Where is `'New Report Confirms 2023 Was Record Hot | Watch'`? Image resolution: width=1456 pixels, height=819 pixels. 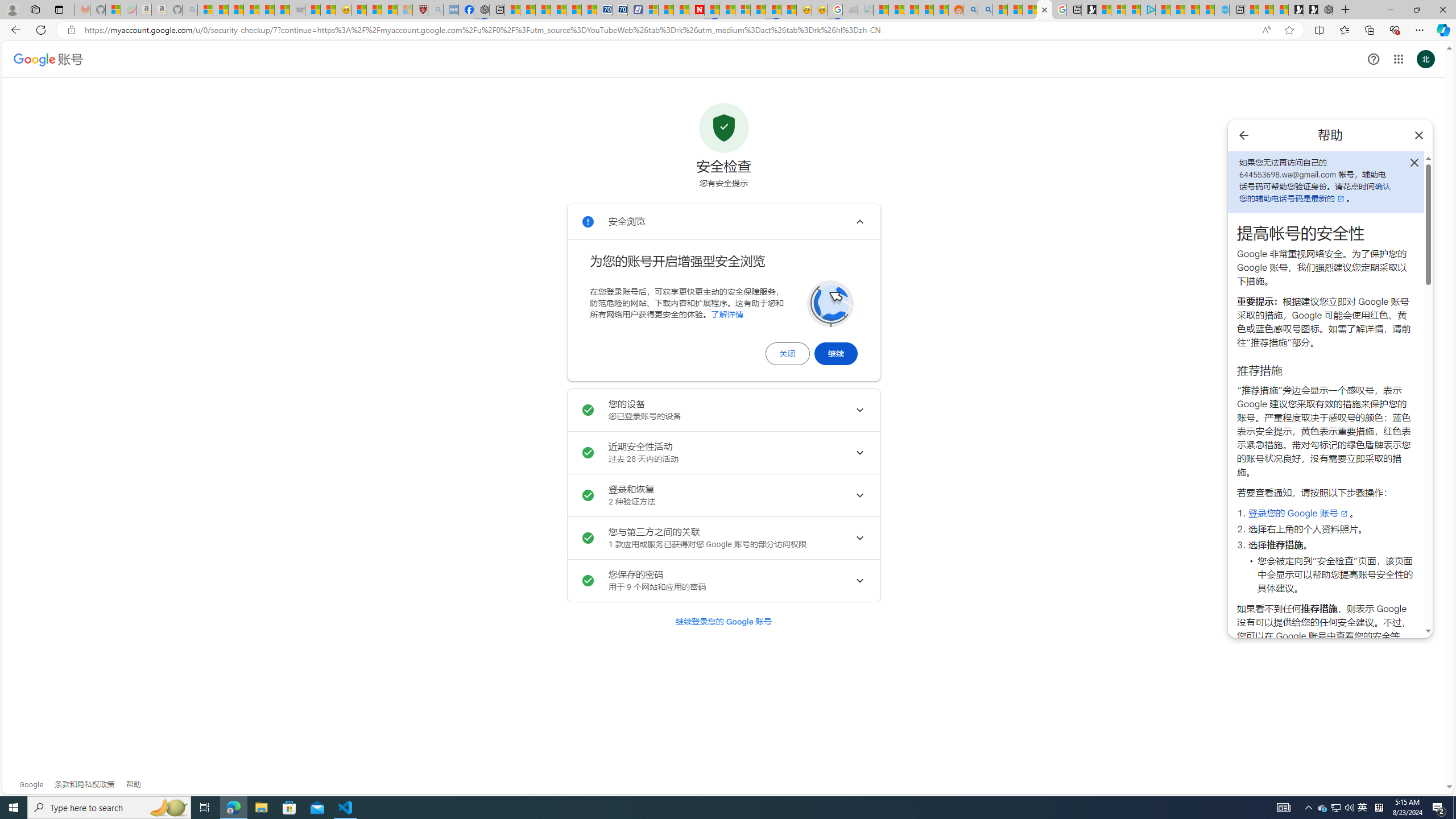 'New Report Confirms 2023 Was Record Hot | Watch' is located at coordinates (266, 9).